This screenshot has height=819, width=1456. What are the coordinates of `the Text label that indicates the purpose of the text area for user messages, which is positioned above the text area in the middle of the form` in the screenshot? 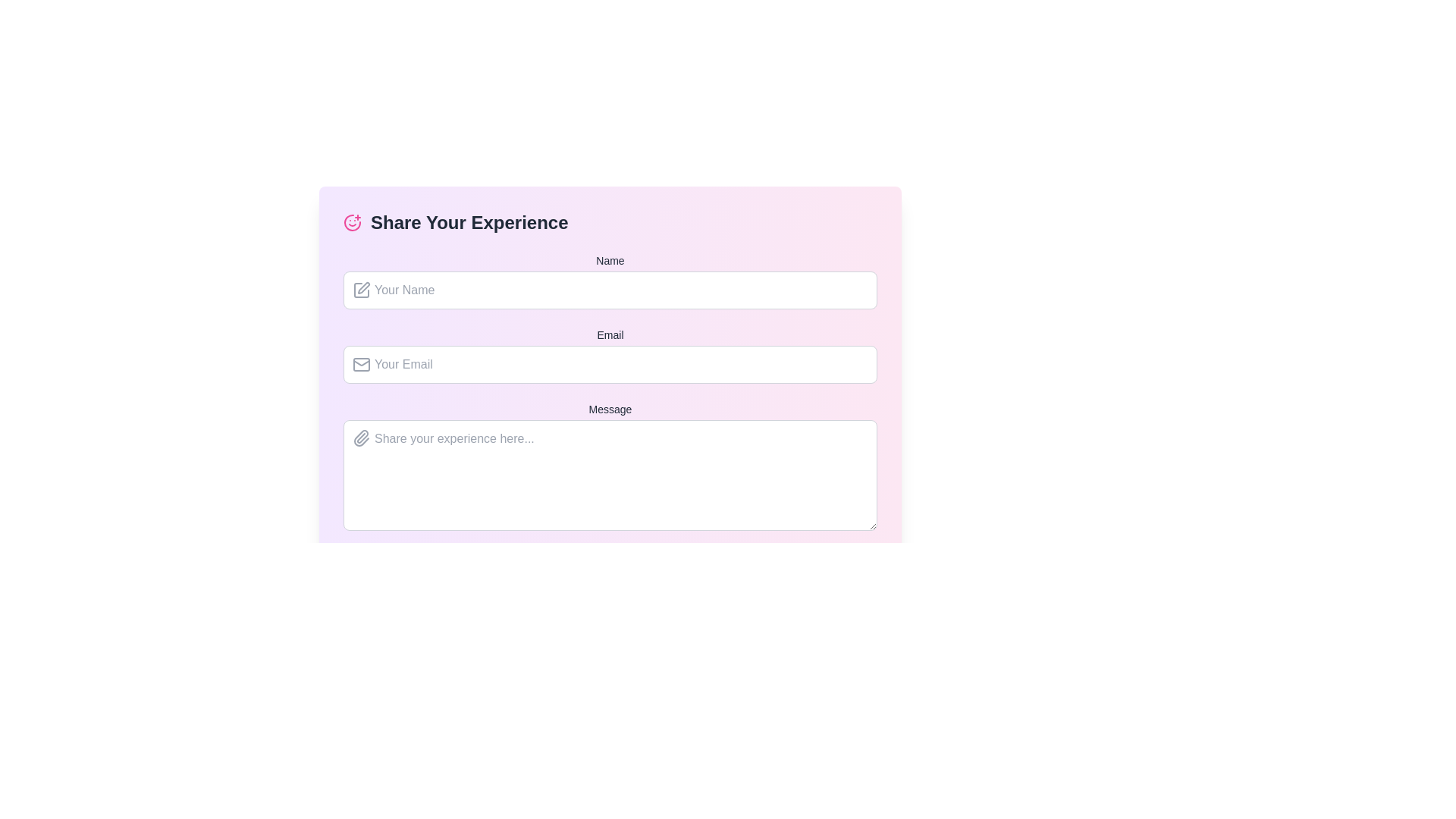 It's located at (610, 409).